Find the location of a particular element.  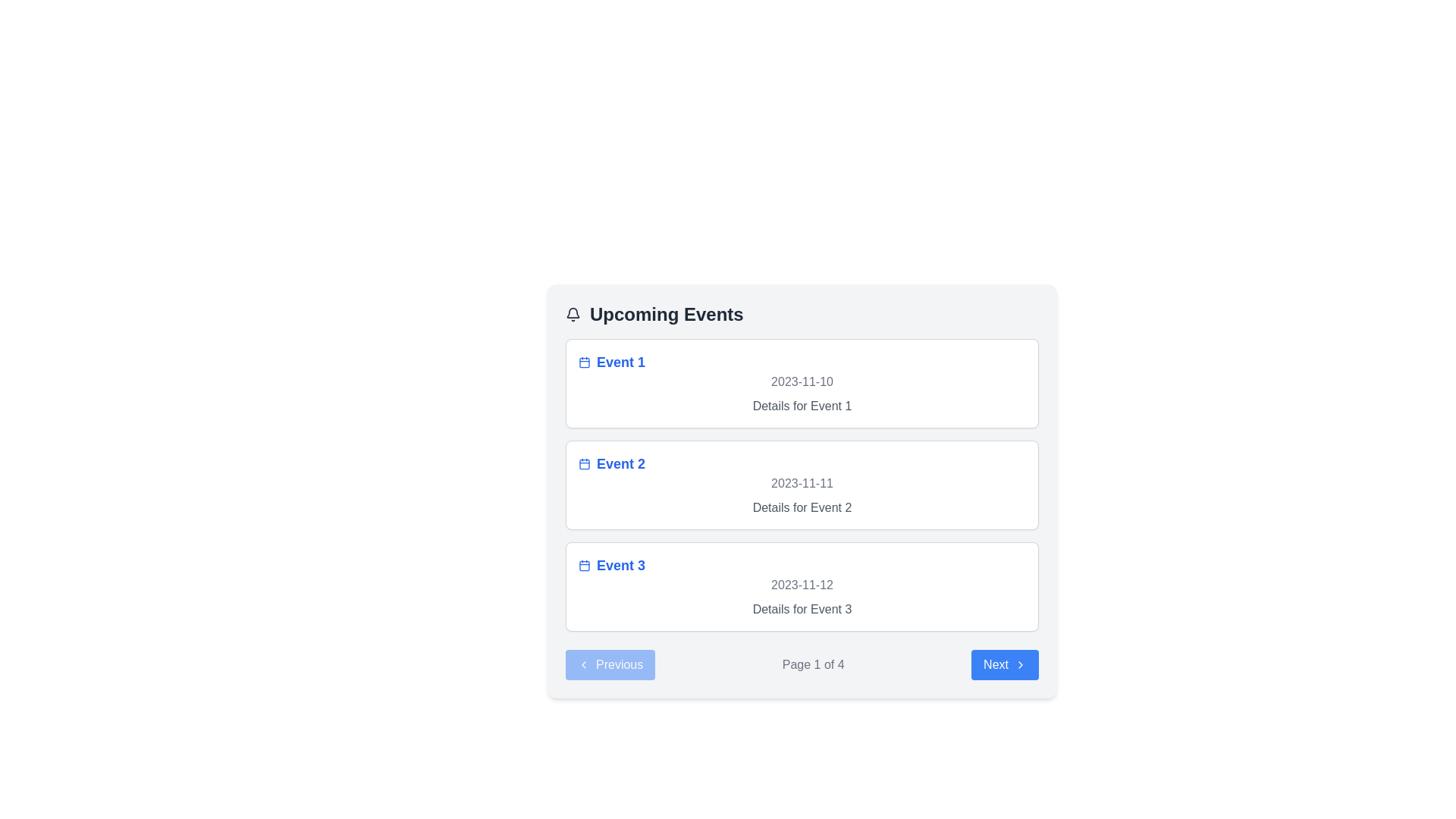

the right-facing chevron icon inside the blue 'Next' button located at the bottom-right corner of the page is located at coordinates (1020, 664).